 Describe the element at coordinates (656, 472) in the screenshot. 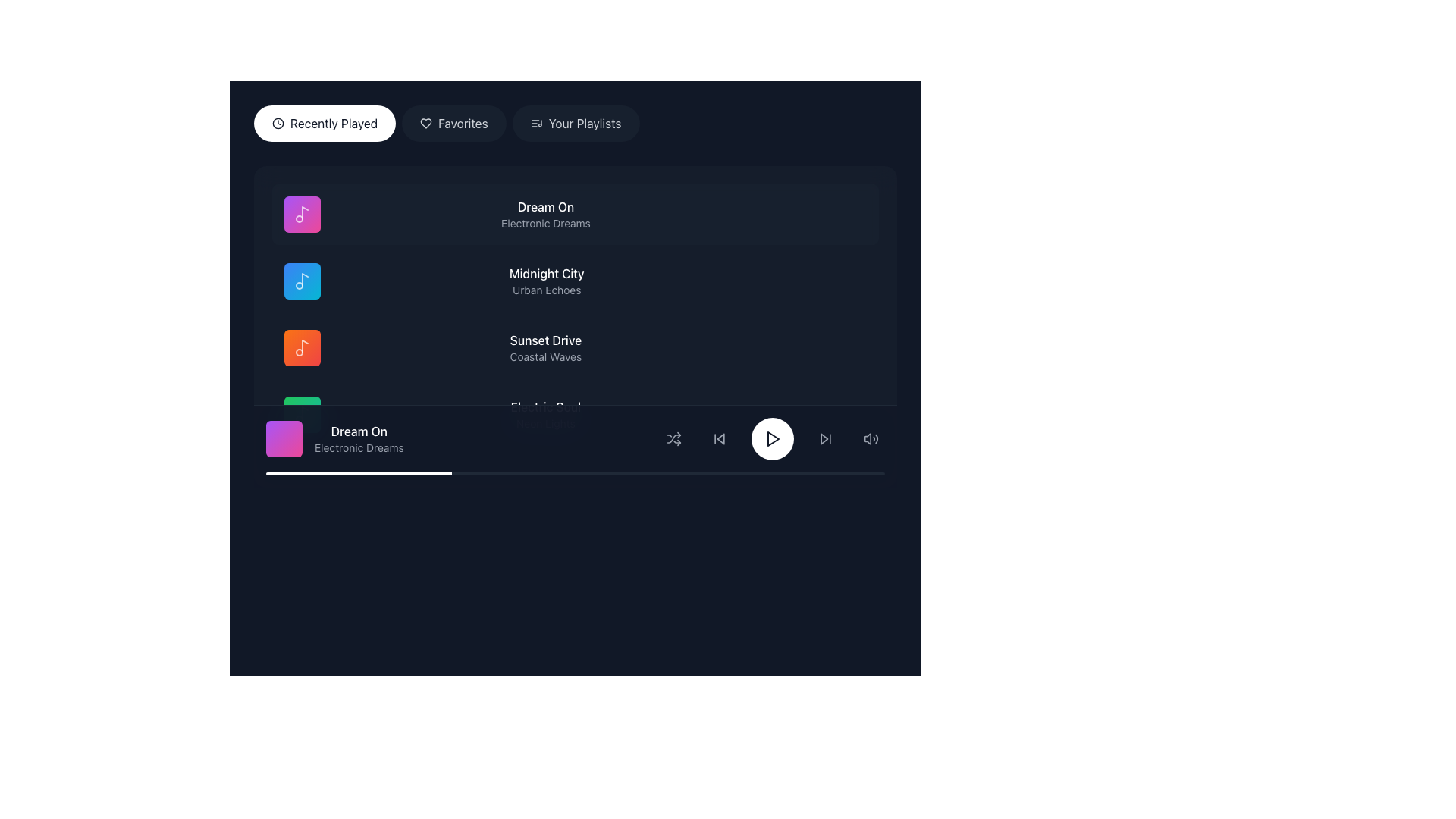

I see `progress` at that location.